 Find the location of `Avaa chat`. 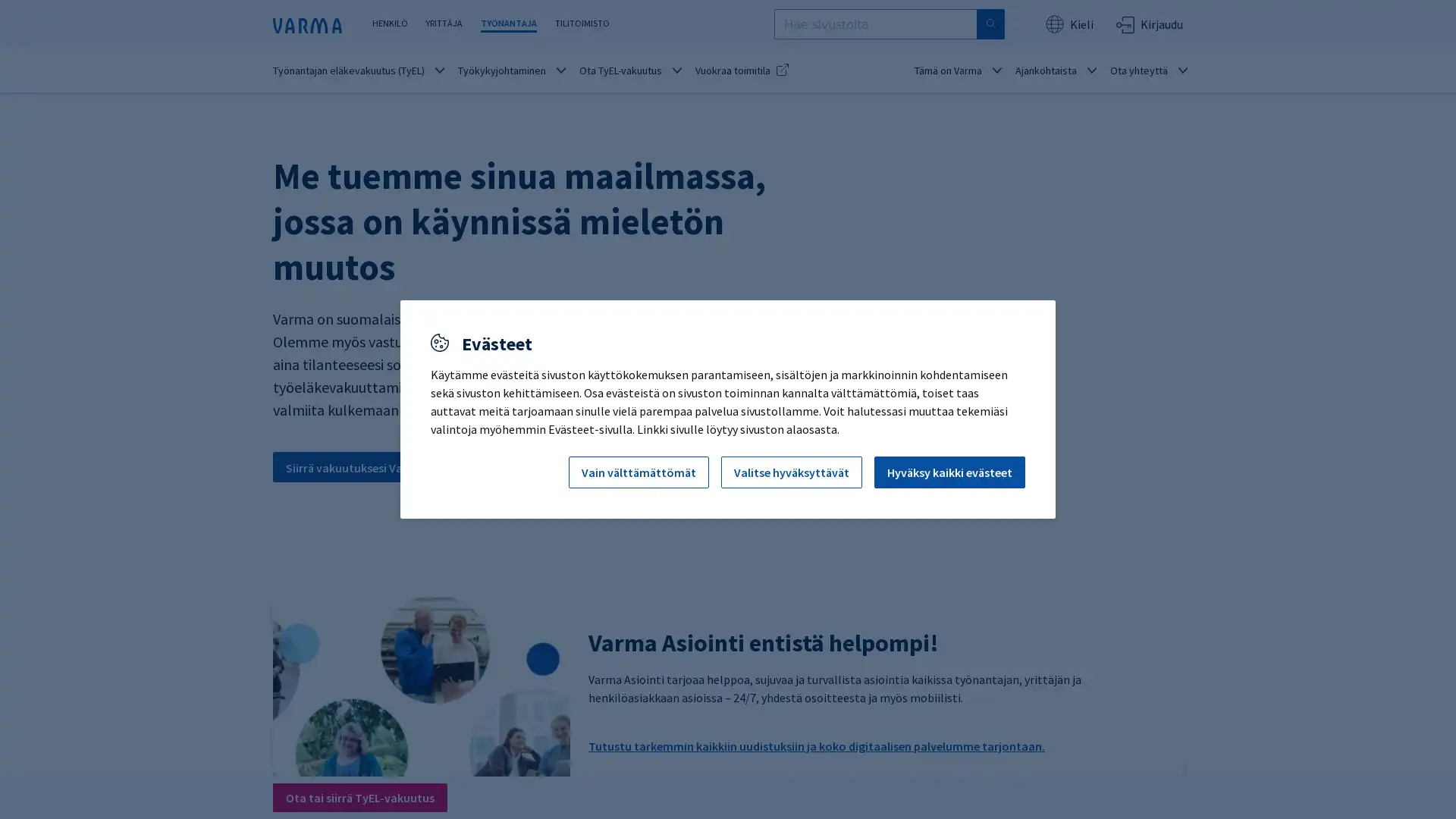

Avaa chat is located at coordinates (1425, 788).